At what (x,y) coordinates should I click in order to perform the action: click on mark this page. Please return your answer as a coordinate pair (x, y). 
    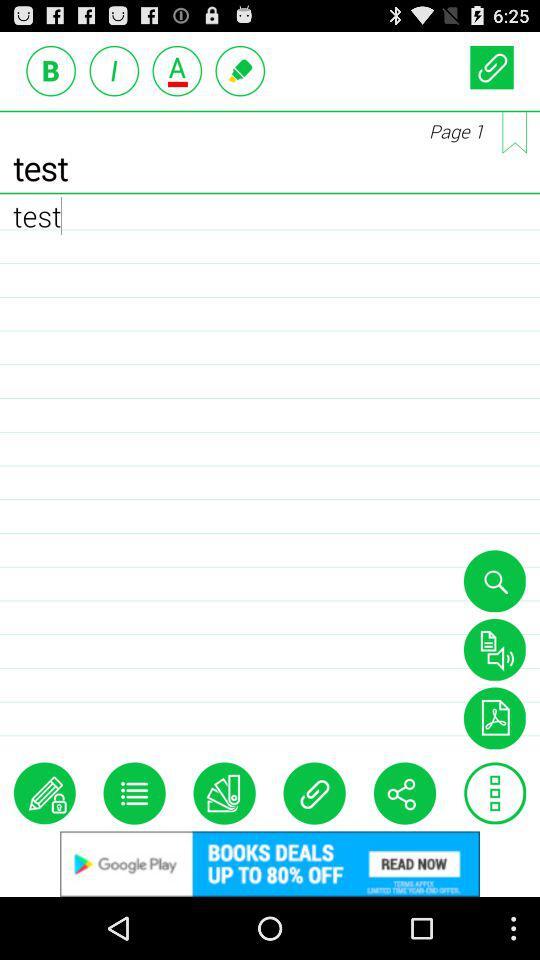
    Looking at the image, I should click on (514, 131).